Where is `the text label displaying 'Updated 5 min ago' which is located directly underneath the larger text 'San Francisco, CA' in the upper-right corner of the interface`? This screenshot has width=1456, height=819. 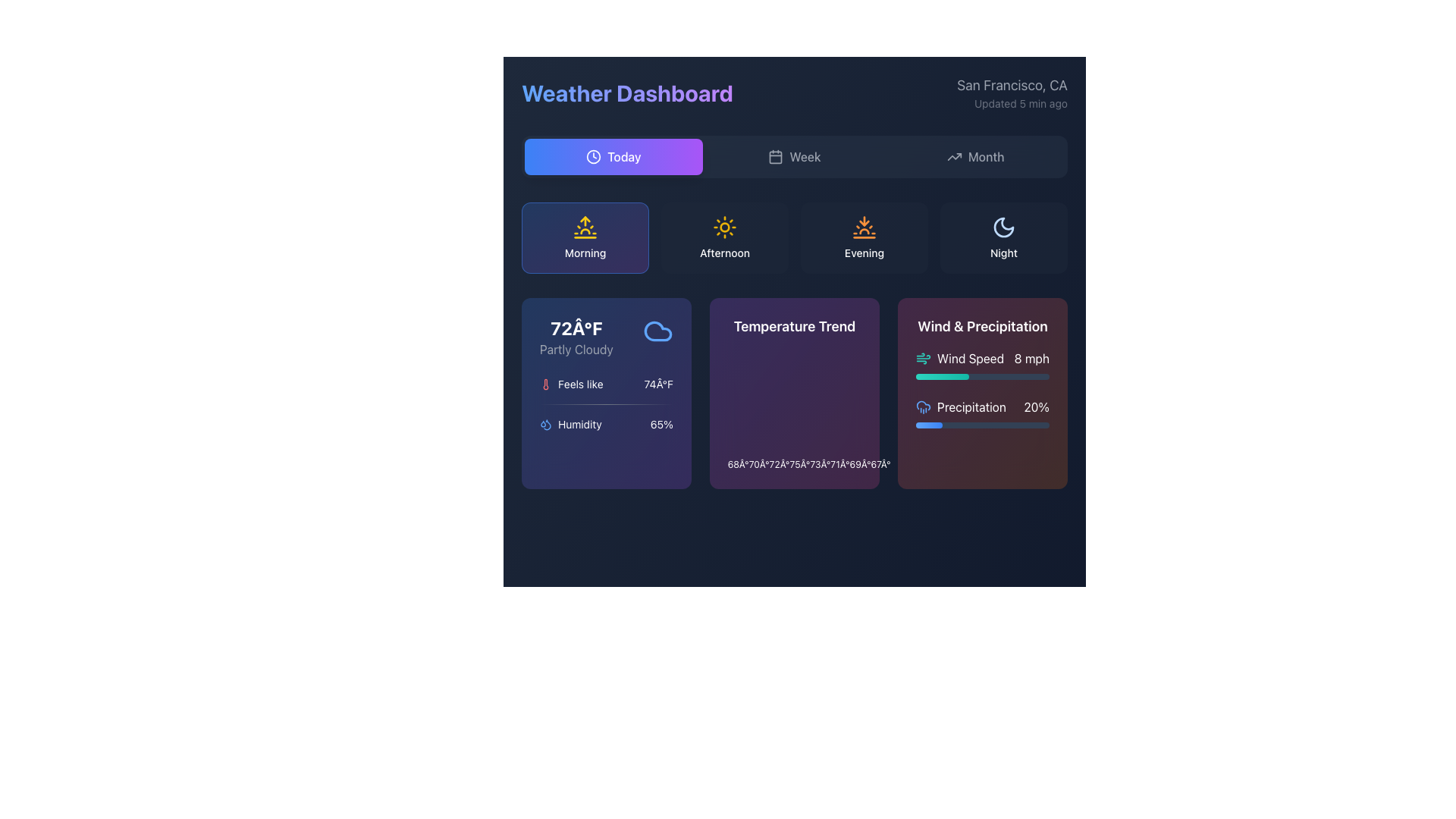 the text label displaying 'Updated 5 min ago' which is located directly underneath the larger text 'San Francisco, CA' in the upper-right corner of the interface is located at coordinates (1012, 103).